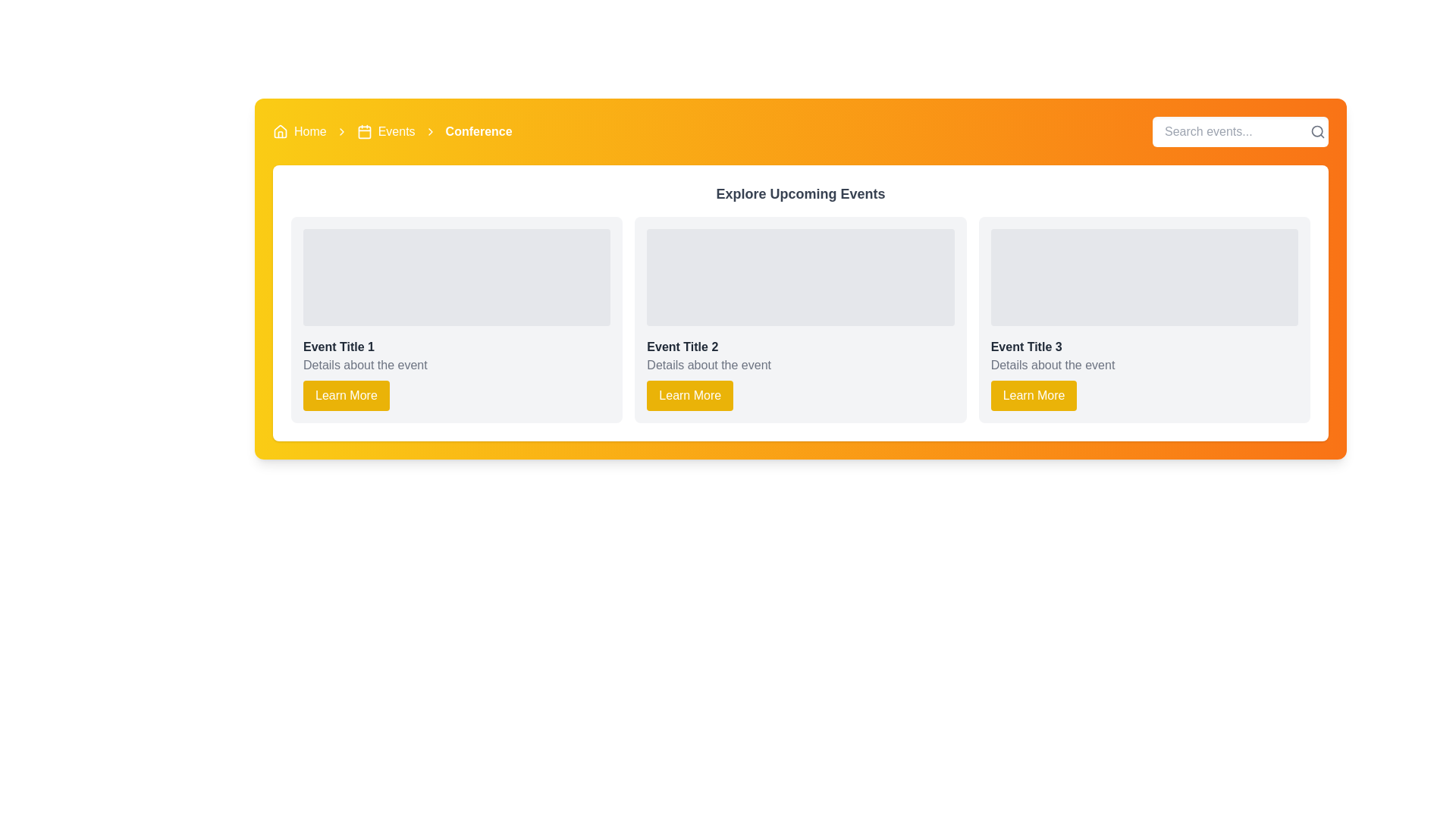 The image size is (1456, 819). I want to click on the small right-facing chevron icon in the breadcrumb navigation bar, which separates the 'Home' and 'Events' links, so click(340, 130).